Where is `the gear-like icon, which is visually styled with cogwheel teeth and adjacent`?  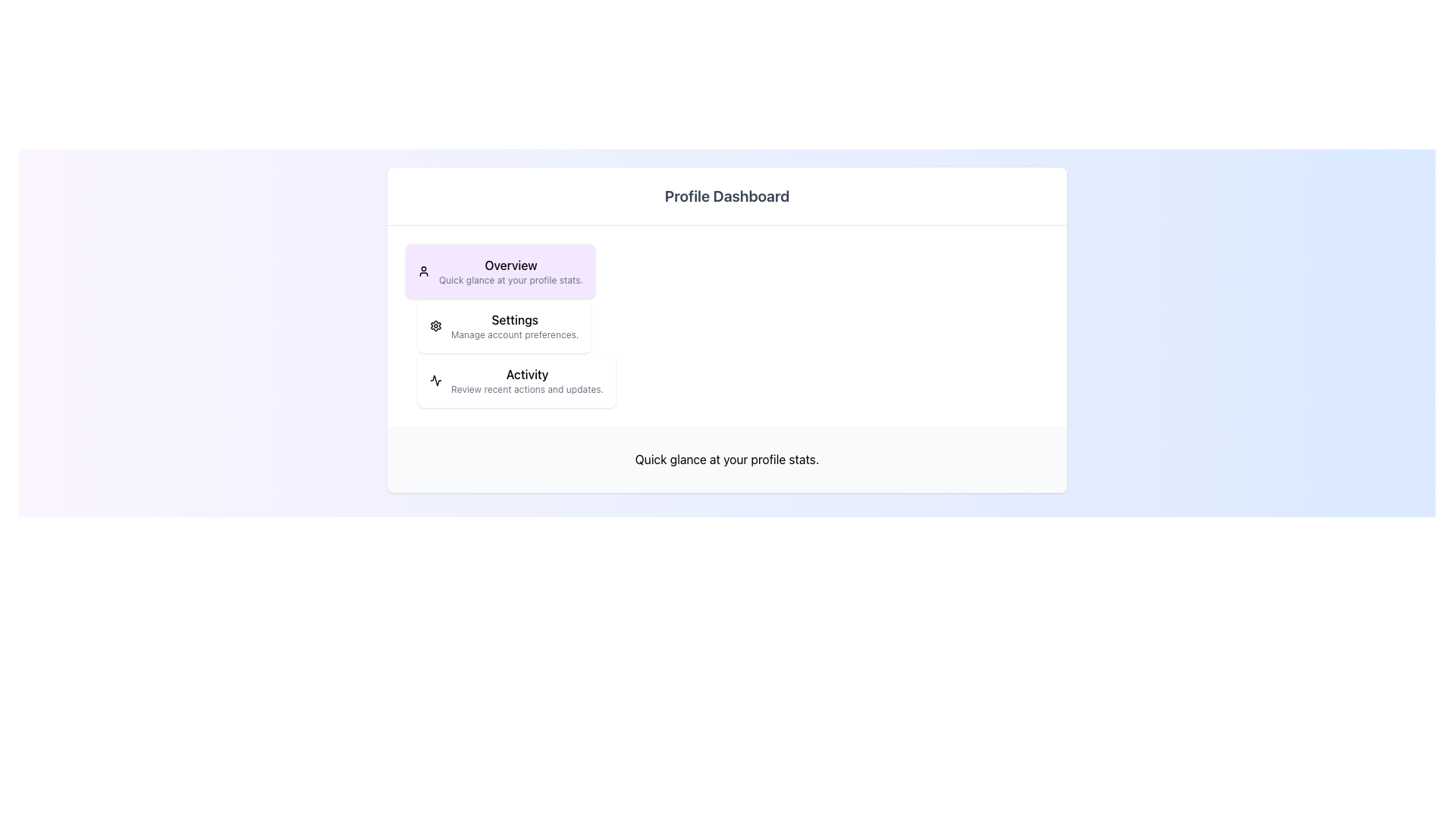 the gear-like icon, which is visually styled with cogwheel teeth and adjacent is located at coordinates (435, 325).